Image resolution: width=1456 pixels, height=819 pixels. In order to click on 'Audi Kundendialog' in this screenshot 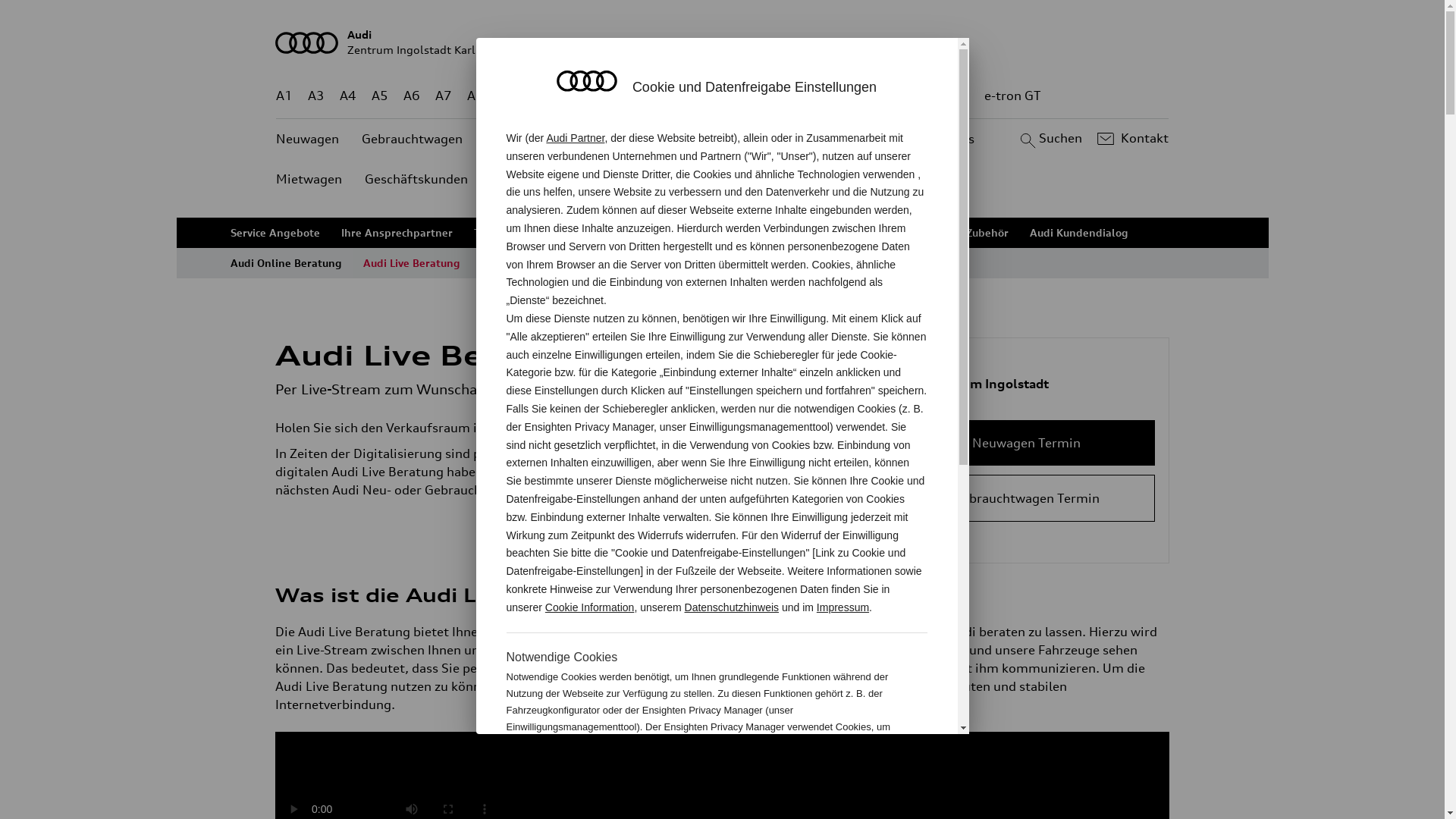, I will do `click(1078, 233)`.